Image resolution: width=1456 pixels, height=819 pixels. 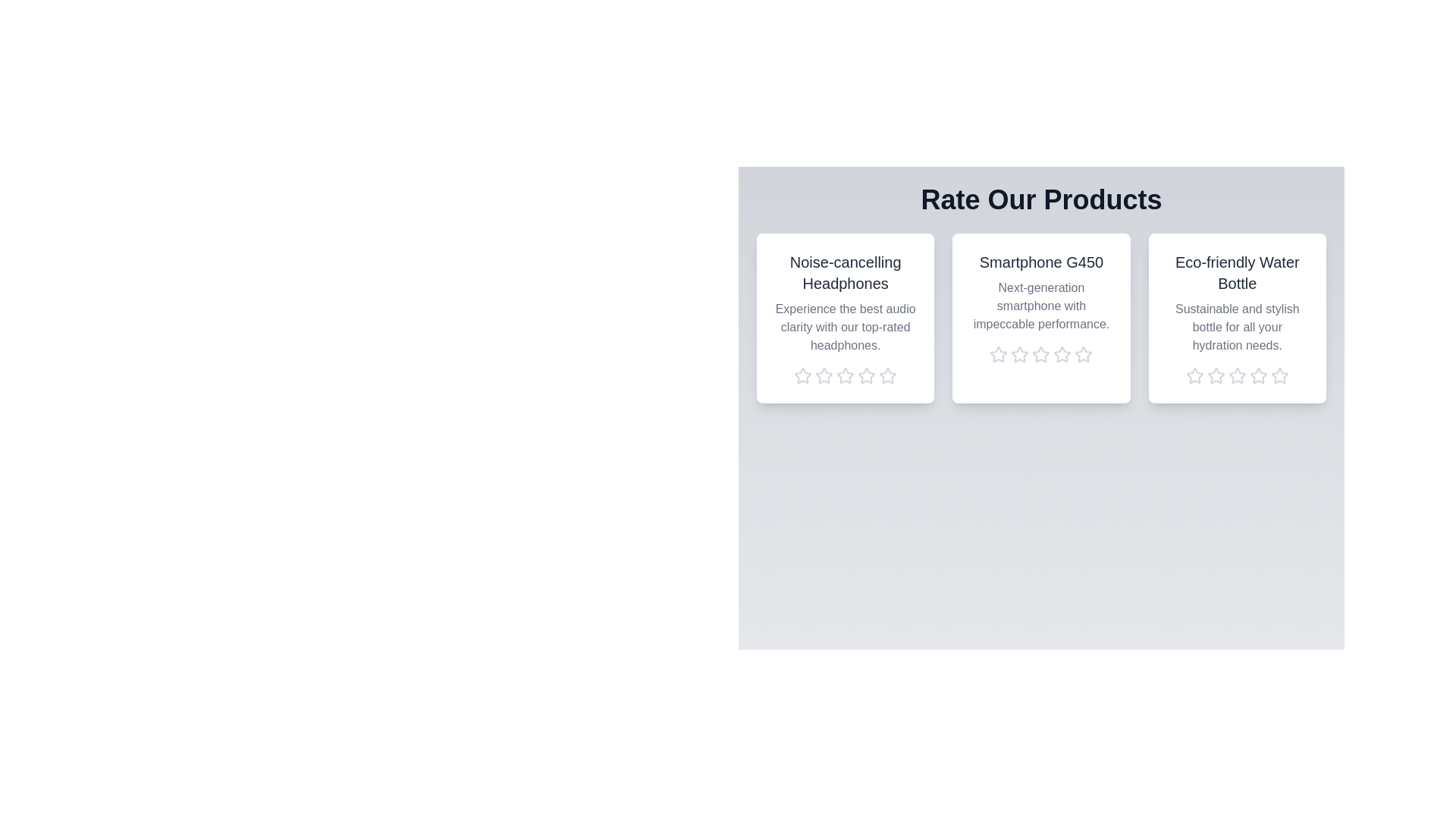 What do you see at coordinates (1040, 318) in the screenshot?
I see `the product card for Smartphone G450` at bounding box center [1040, 318].